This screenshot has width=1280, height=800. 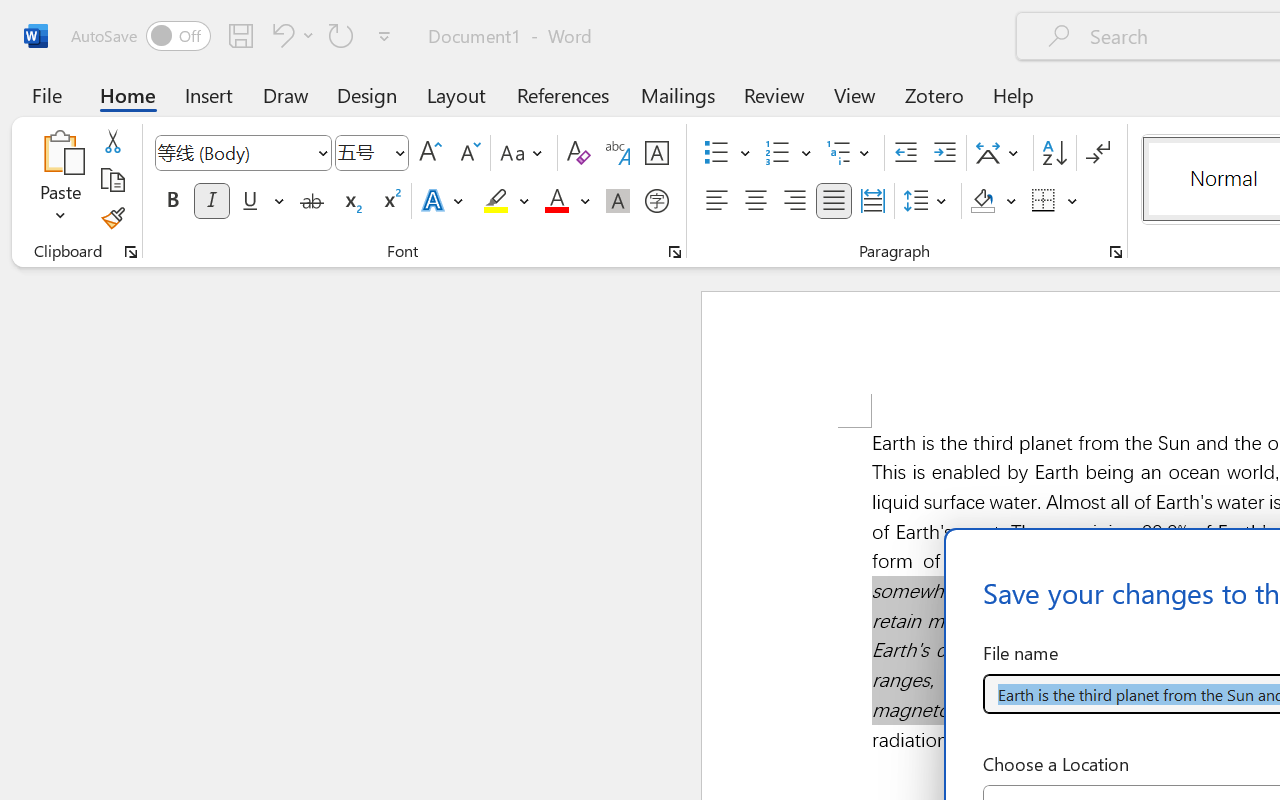 What do you see at coordinates (617, 153) in the screenshot?
I see `'Phonetic Guide...'` at bounding box center [617, 153].